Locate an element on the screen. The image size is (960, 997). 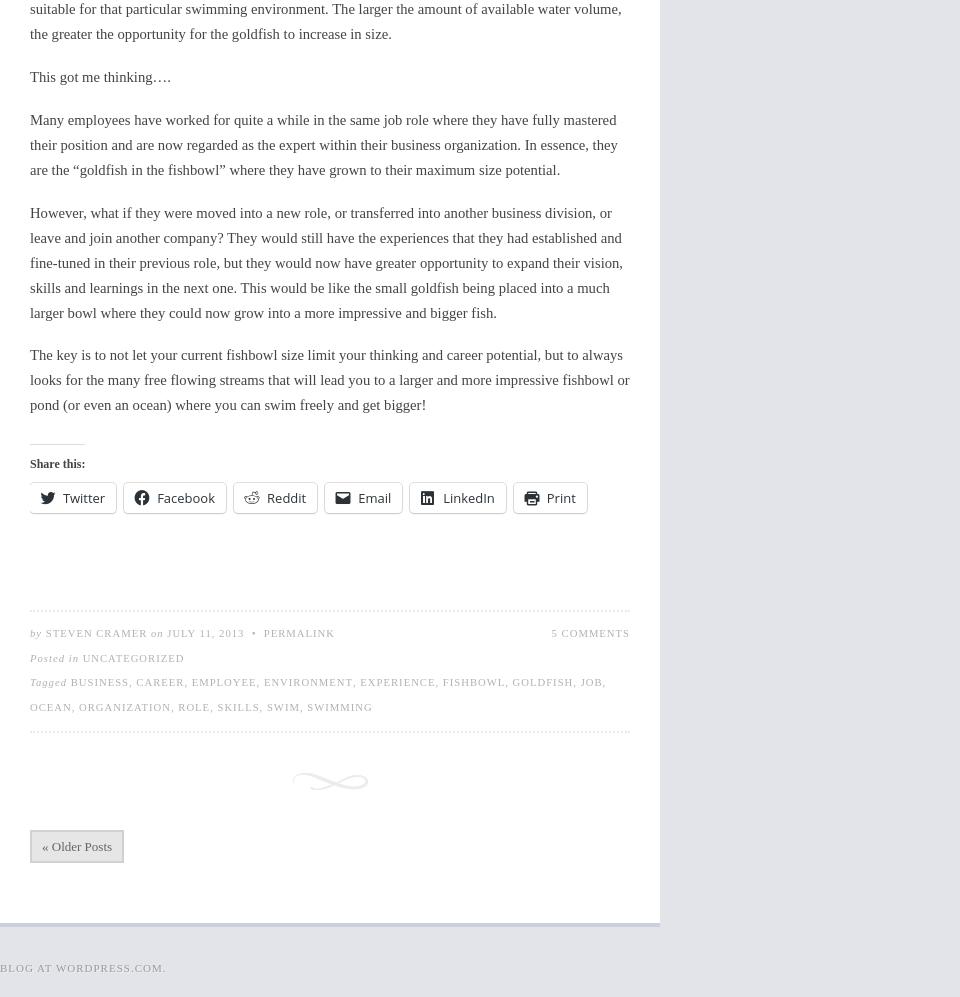
'skills' is located at coordinates (237, 706).